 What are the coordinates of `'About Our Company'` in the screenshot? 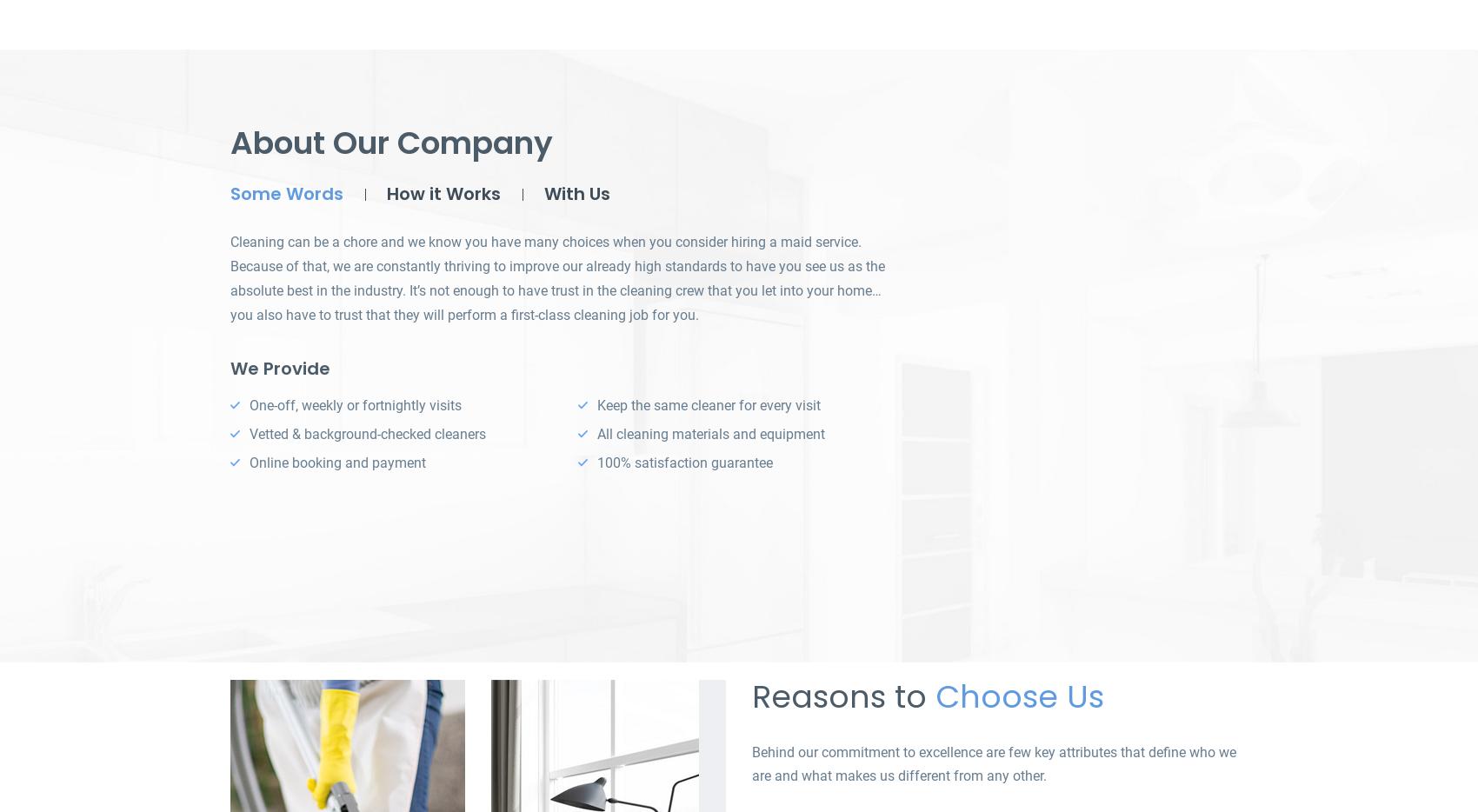 It's located at (391, 143).